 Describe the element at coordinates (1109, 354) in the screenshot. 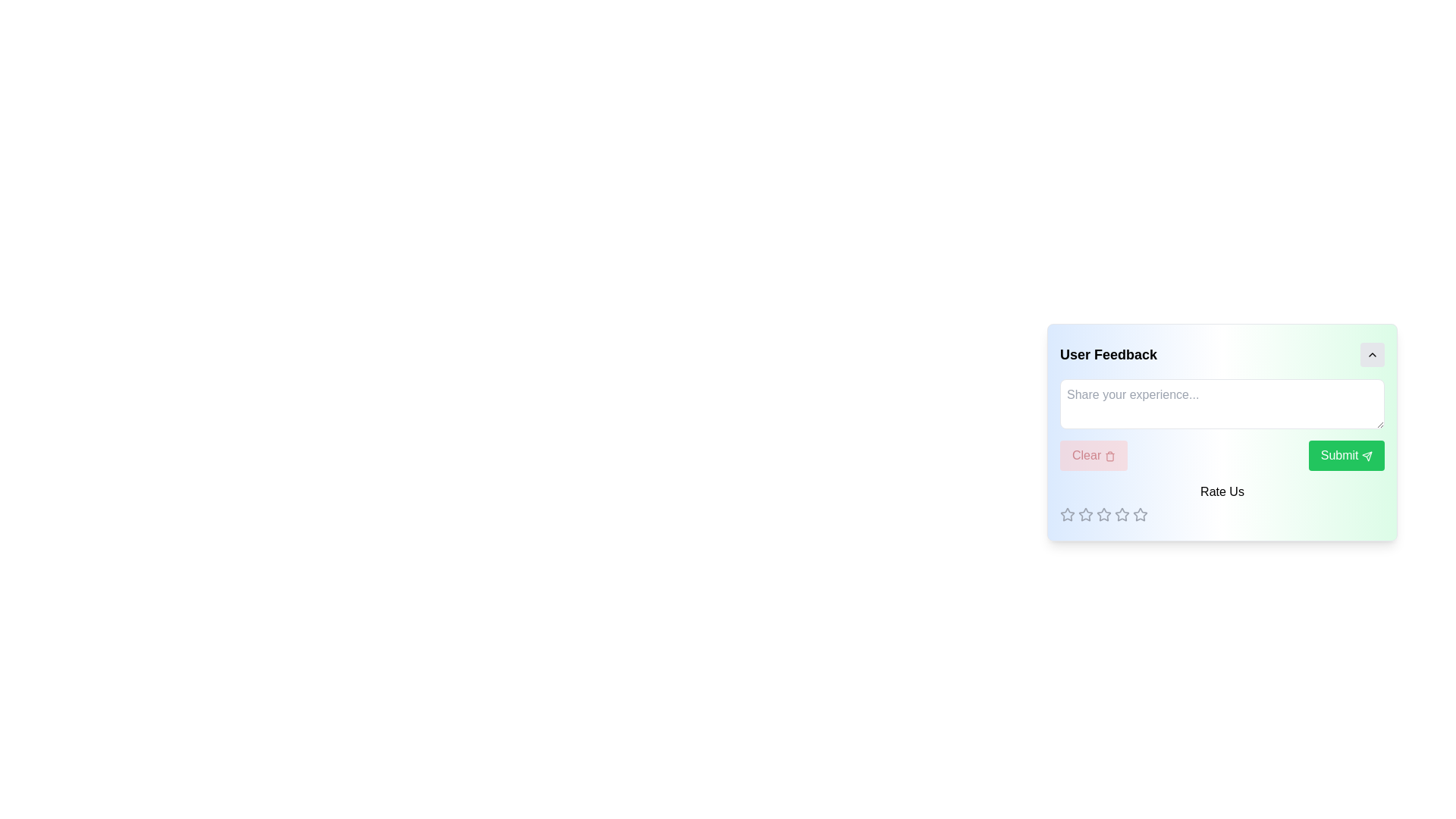

I see `the Text Label that serves as a heading or title for the user feedback collection section, located at the top-left of the interface panel` at that location.